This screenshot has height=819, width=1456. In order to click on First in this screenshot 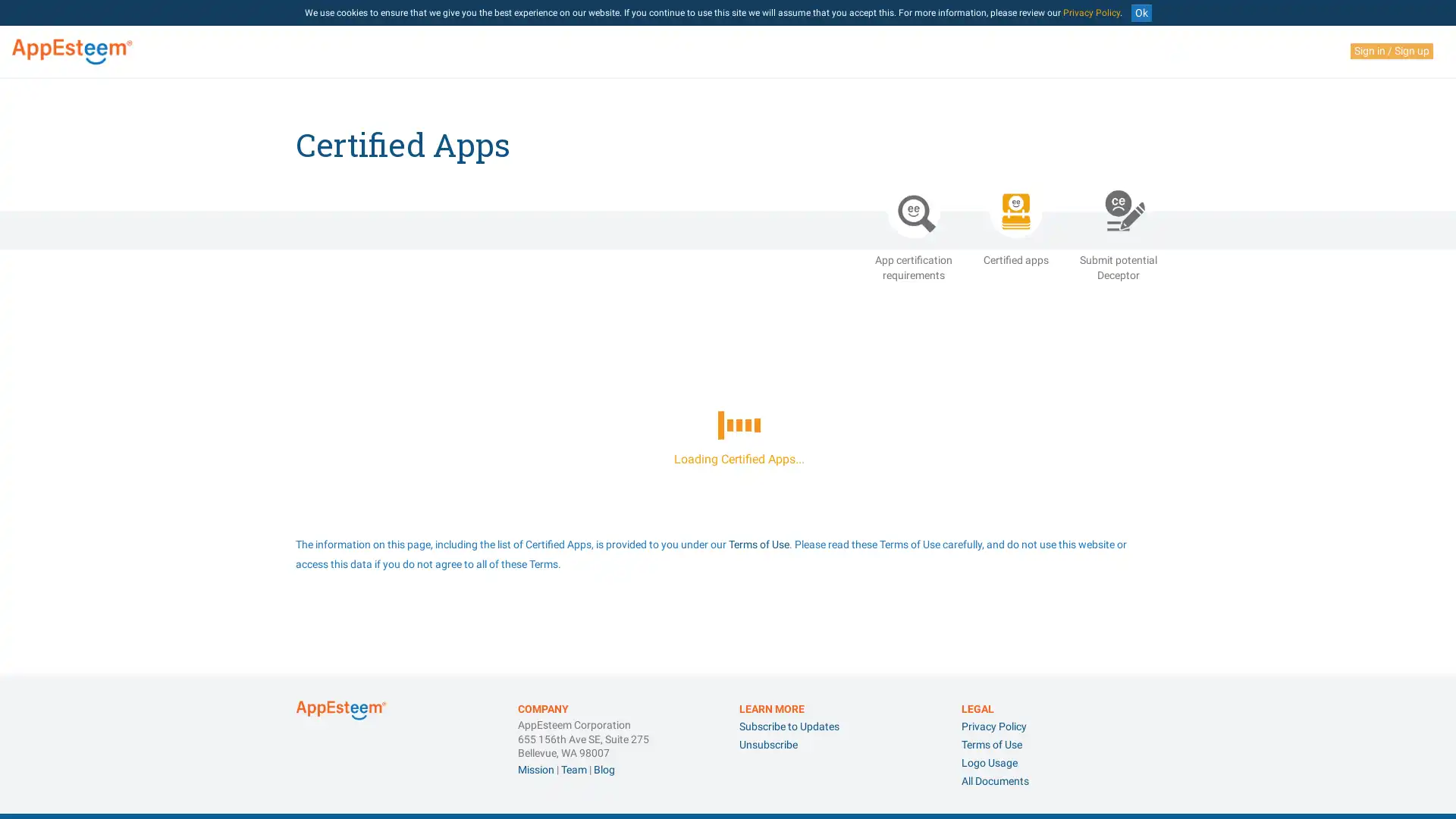, I will do `click(1050, 757)`.